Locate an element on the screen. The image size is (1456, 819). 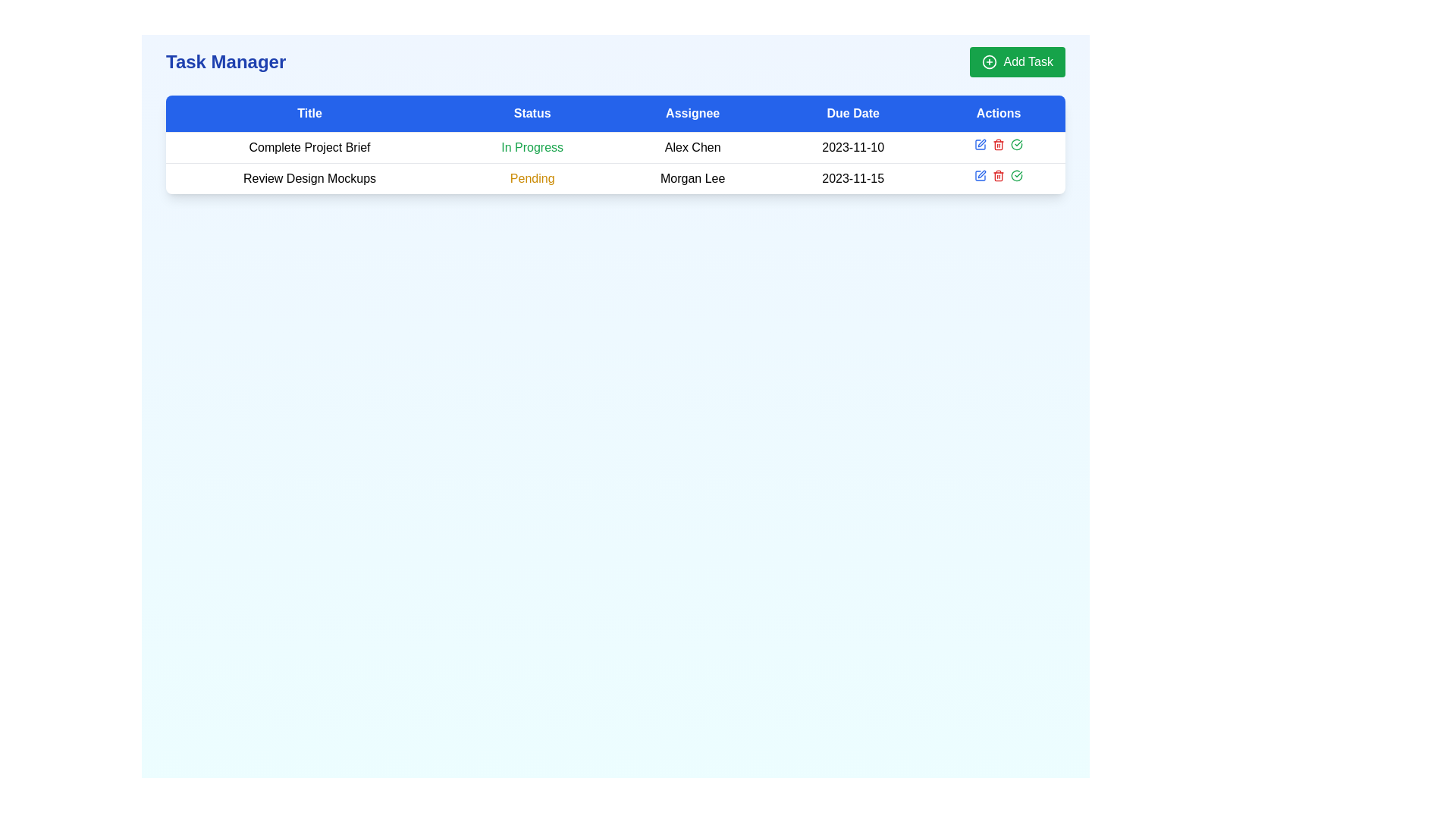
the 'Pending' text label in yellow-orange color located in the second row under the 'Status' column of the task management table, adjacent to 'Review Design Mockups' on the left and 'Morgan Lee' on the right is located at coordinates (532, 177).